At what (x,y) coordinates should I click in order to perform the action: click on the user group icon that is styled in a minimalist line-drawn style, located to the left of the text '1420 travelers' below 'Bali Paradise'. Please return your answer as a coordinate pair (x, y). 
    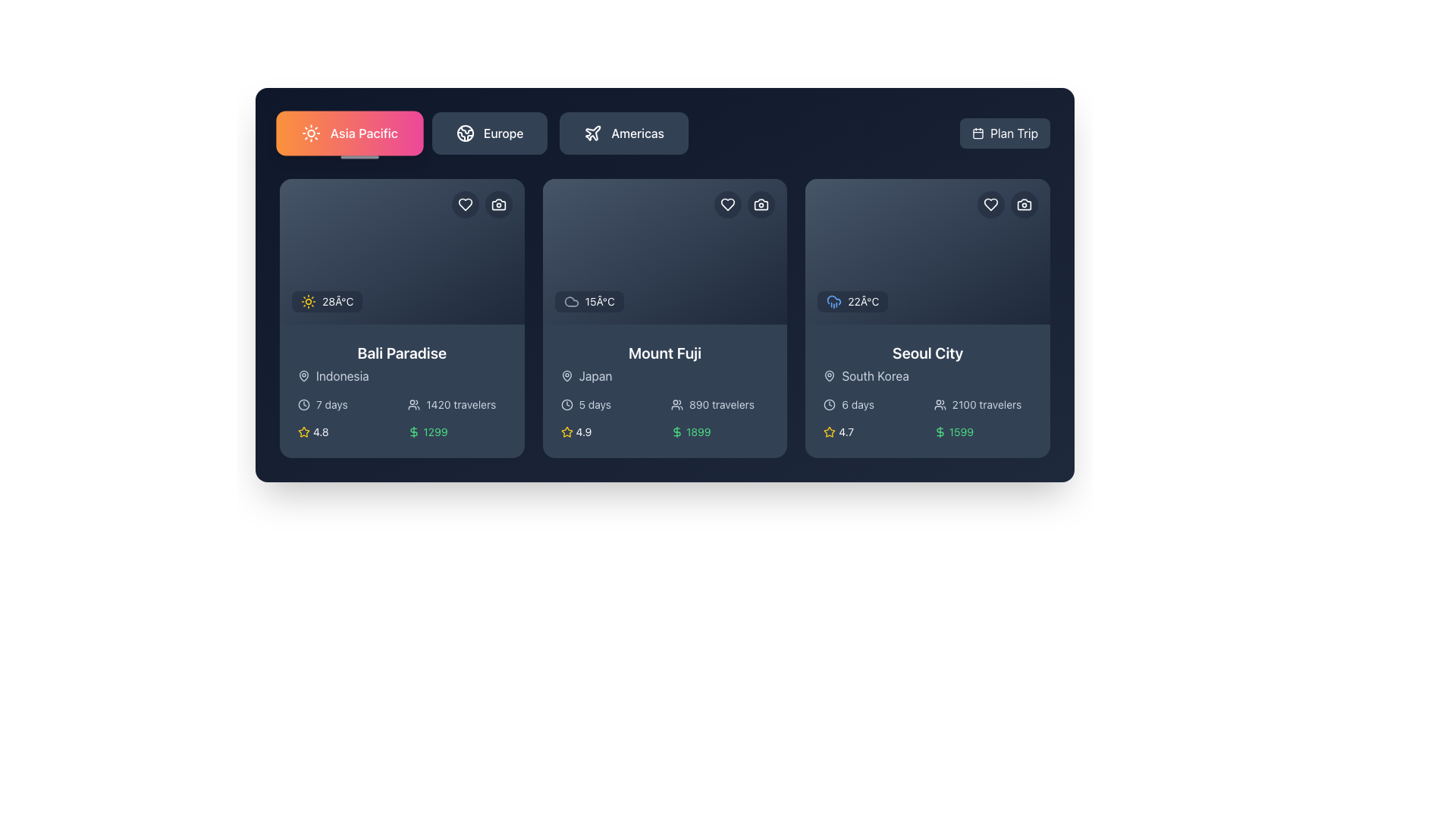
    Looking at the image, I should click on (414, 403).